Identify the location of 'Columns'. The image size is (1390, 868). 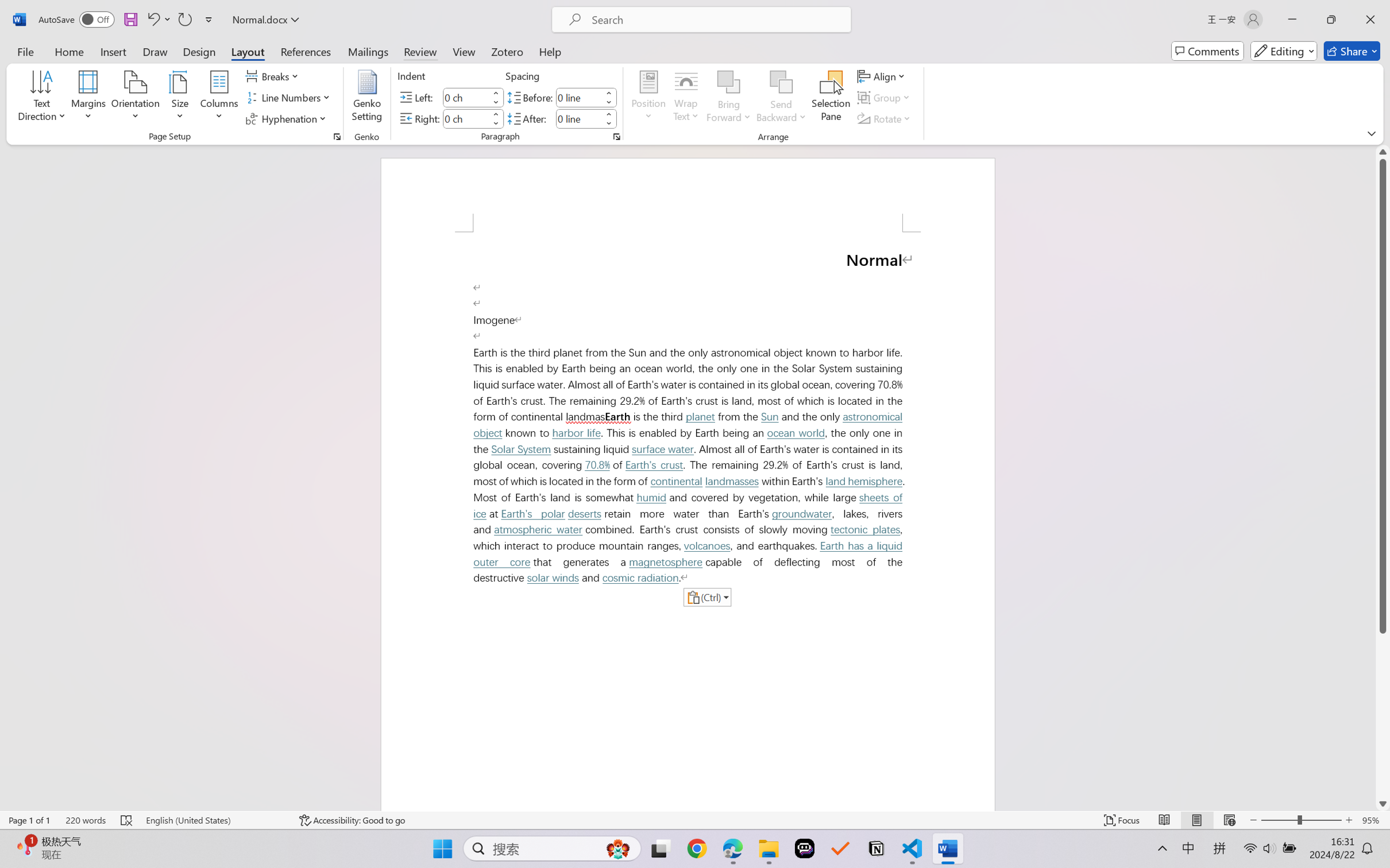
(219, 98).